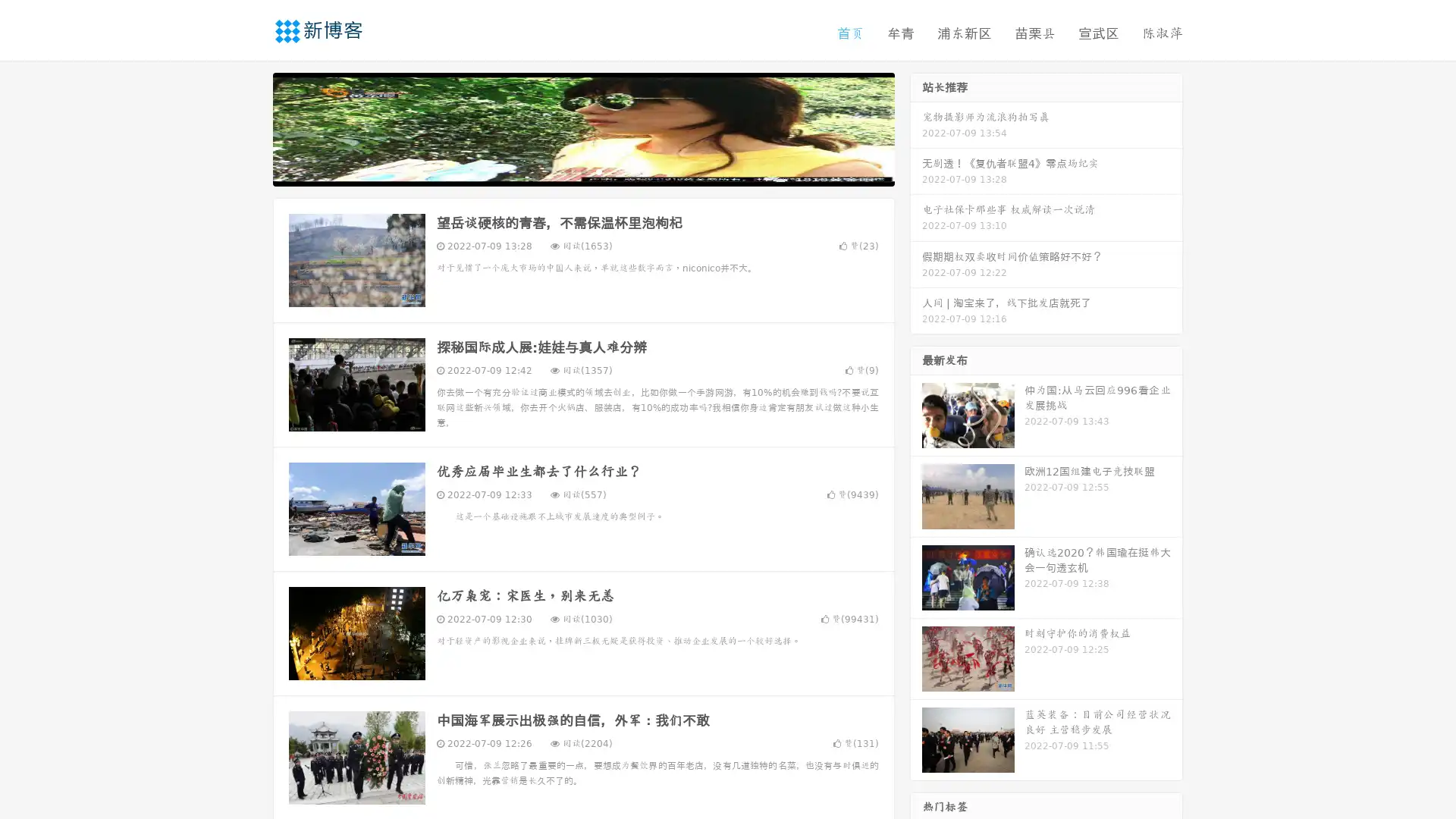 This screenshot has height=819, width=1456. I want to click on Go to slide 1, so click(567, 171).